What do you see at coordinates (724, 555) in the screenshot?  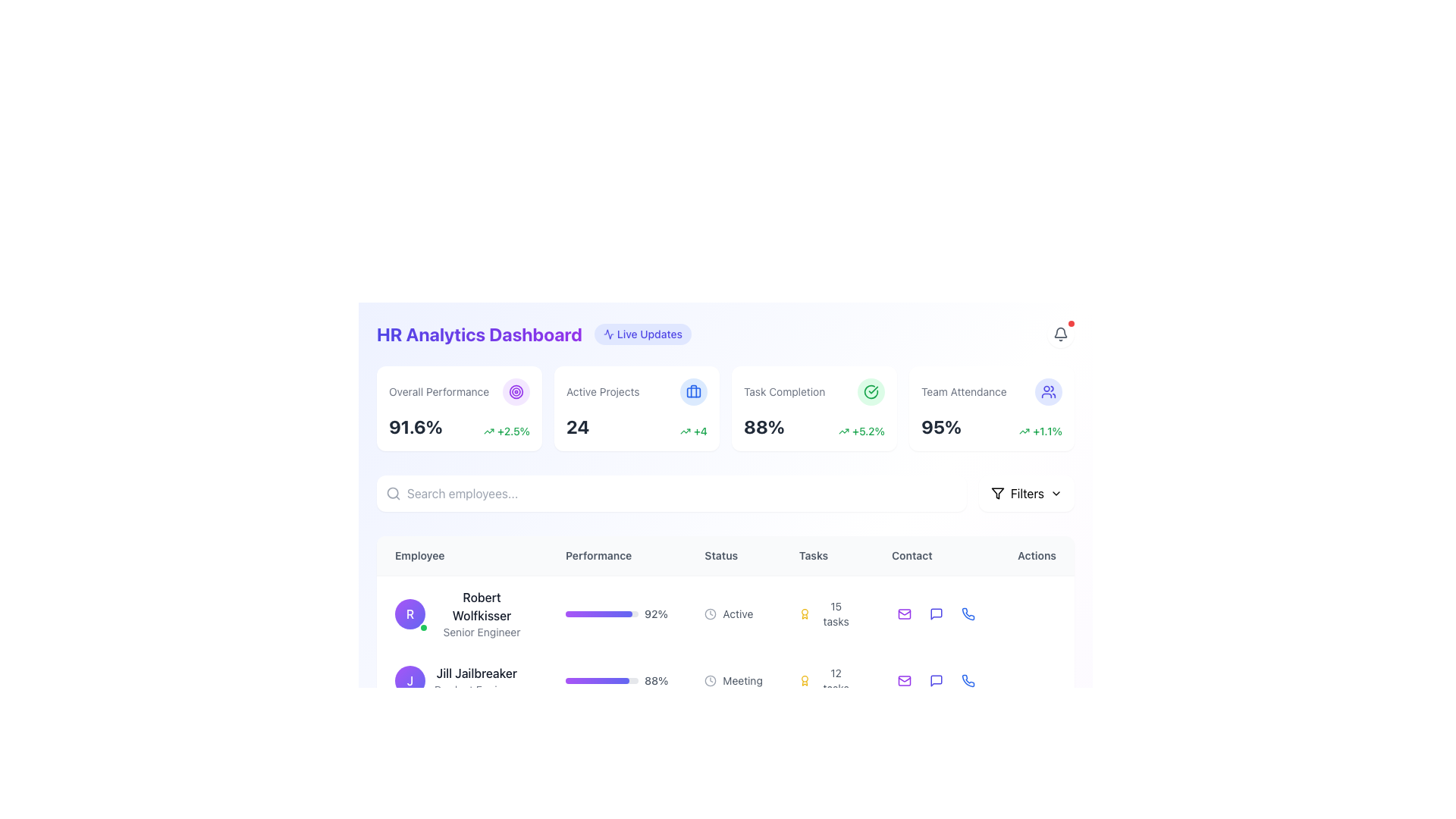 I see `the 'Status' header cell in the table, which is positioned between the 'Performance' and 'Tasks' header cells, located centrally near the top of the list table` at bounding box center [724, 555].